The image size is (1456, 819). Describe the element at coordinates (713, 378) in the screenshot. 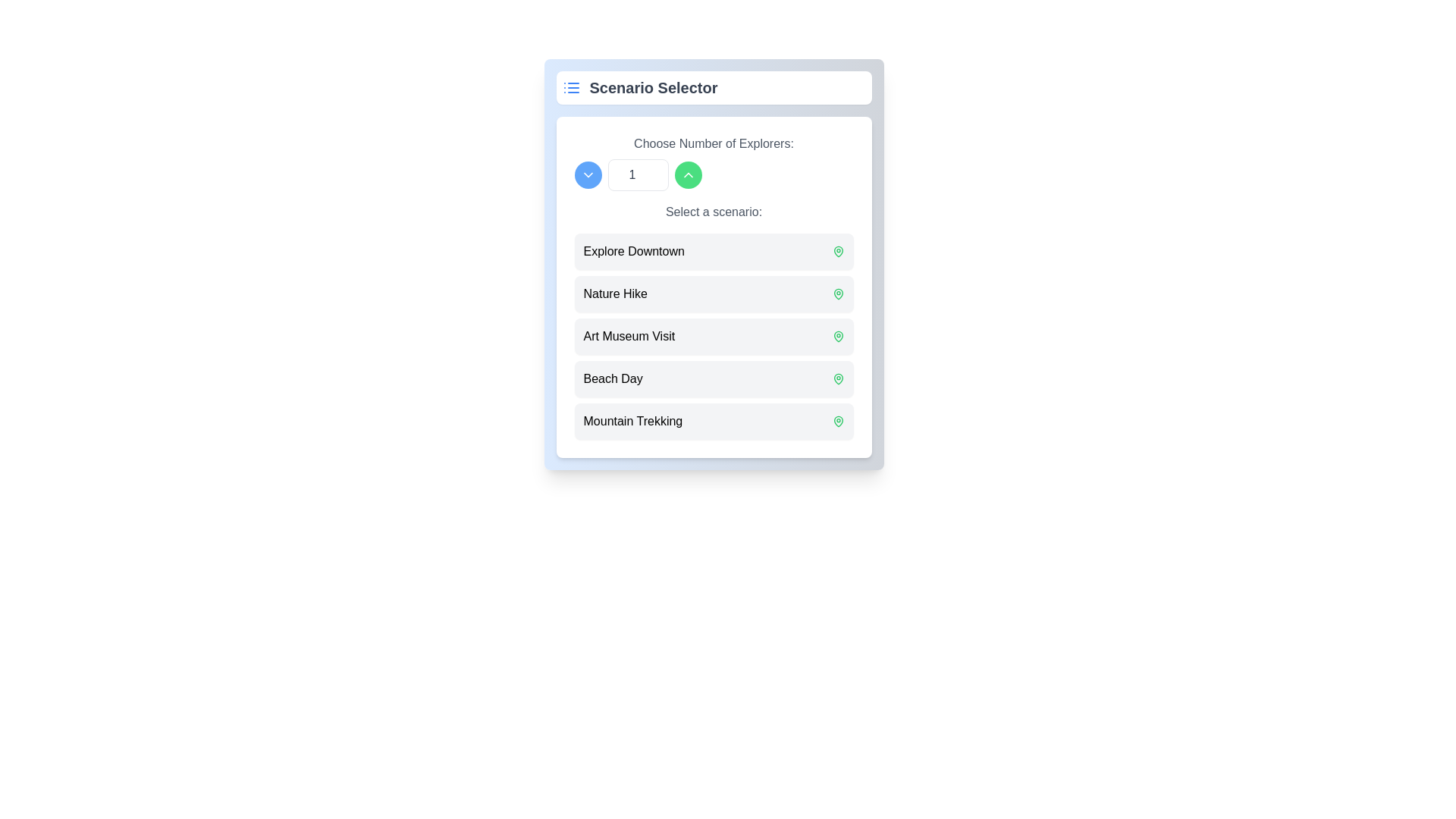

I see `the 'Beach Day' selectable card, which is the fourth item in the vertically stacked list, located between 'Art Museum Visit' and 'Mountain Trekking'` at that location.